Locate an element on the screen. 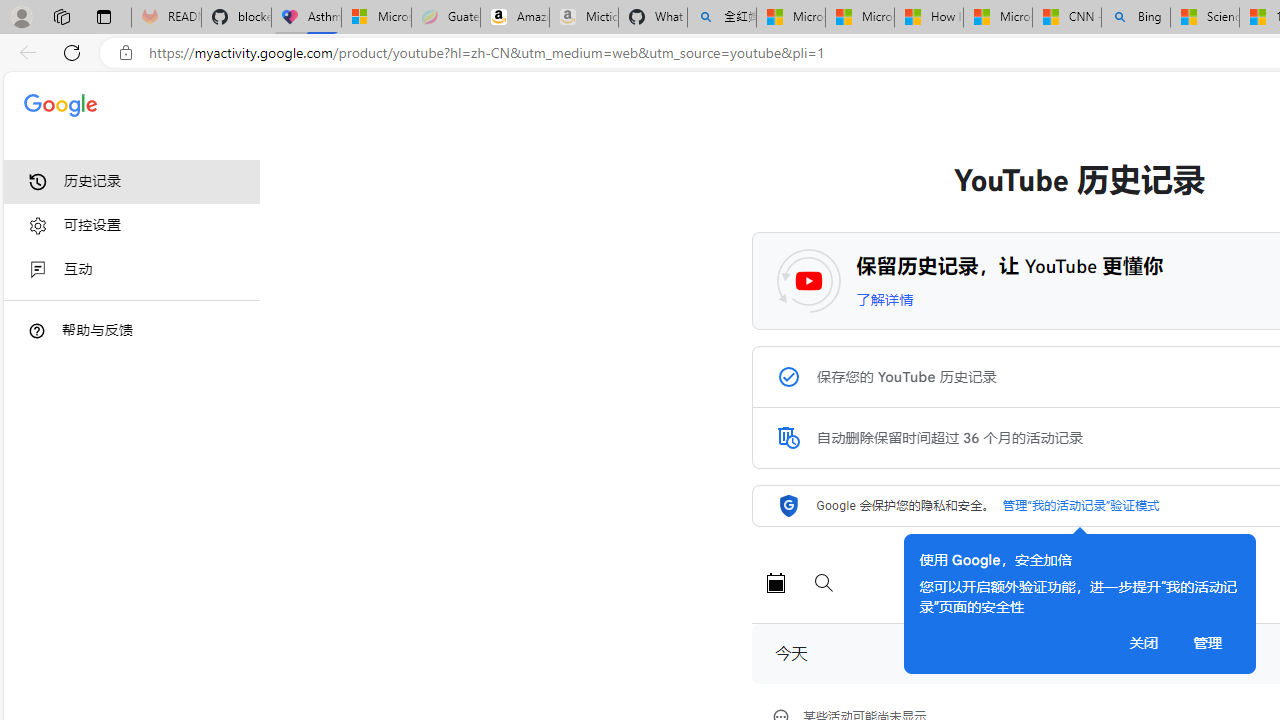 The image size is (1280, 720). 'Bing' is located at coordinates (1136, 17).